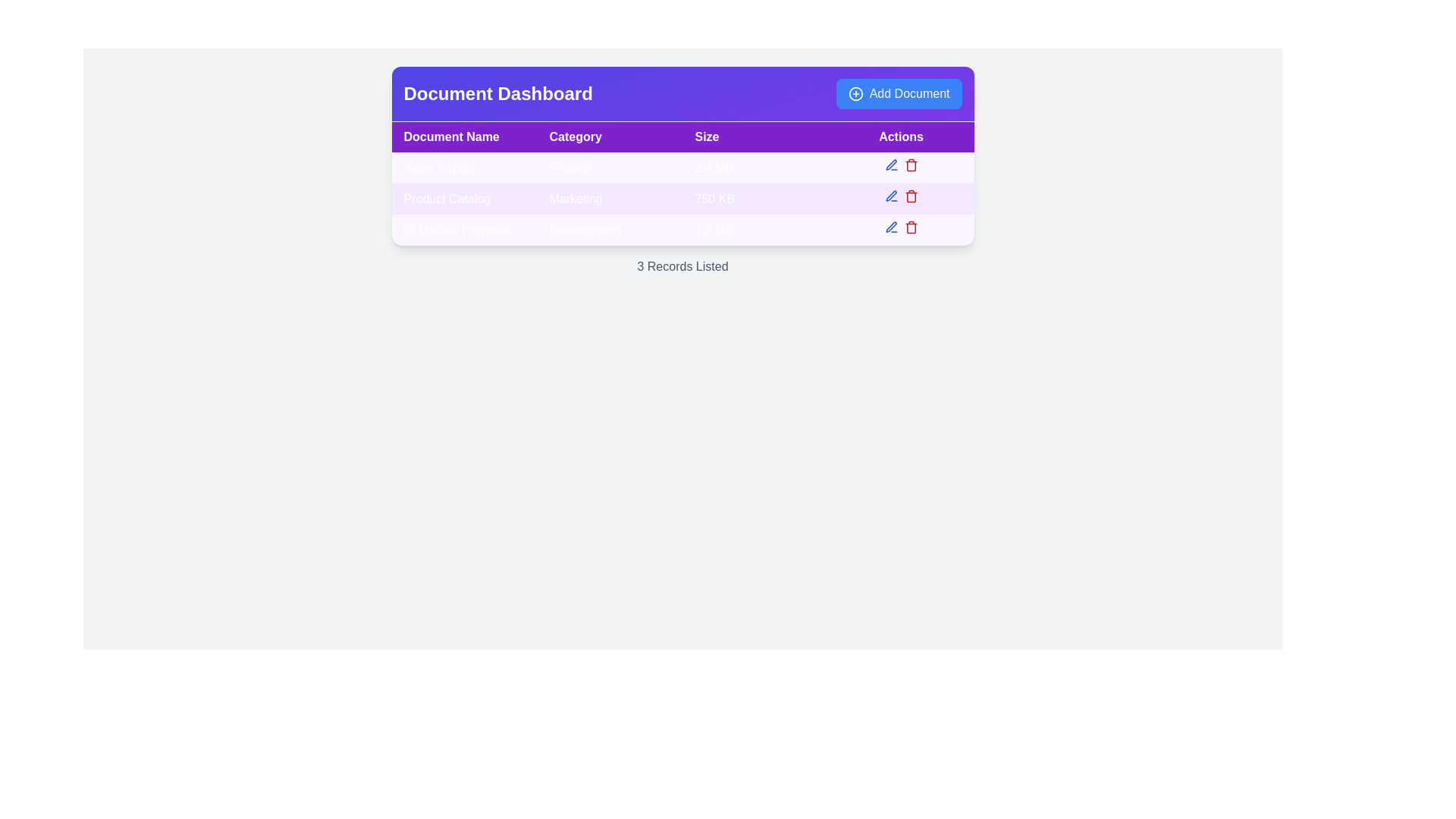  Describe the element at coordinates (910, 195) in the screenshot. I see `the delete button located in the 'Actions' column of the second row of the table` at that location.